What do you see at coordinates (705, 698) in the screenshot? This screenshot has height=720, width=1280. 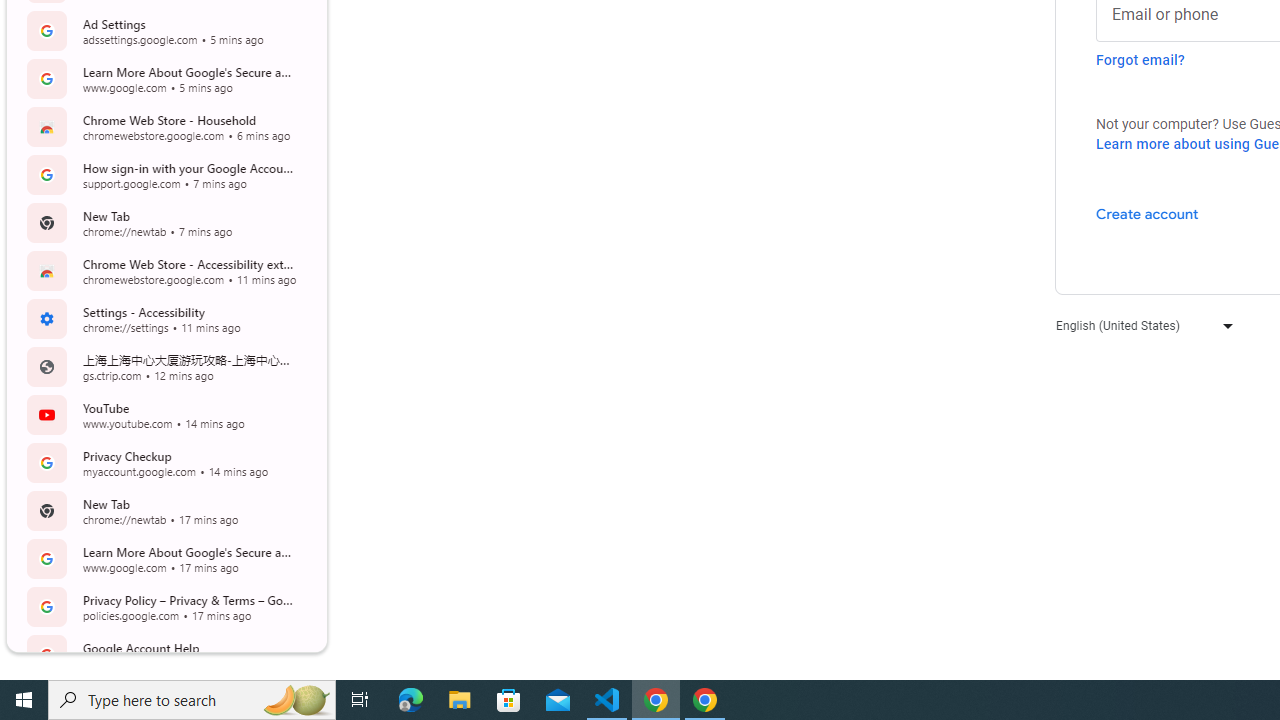 I see `'Google Chrome - 1 running window'` at bounding box center [705, 698].